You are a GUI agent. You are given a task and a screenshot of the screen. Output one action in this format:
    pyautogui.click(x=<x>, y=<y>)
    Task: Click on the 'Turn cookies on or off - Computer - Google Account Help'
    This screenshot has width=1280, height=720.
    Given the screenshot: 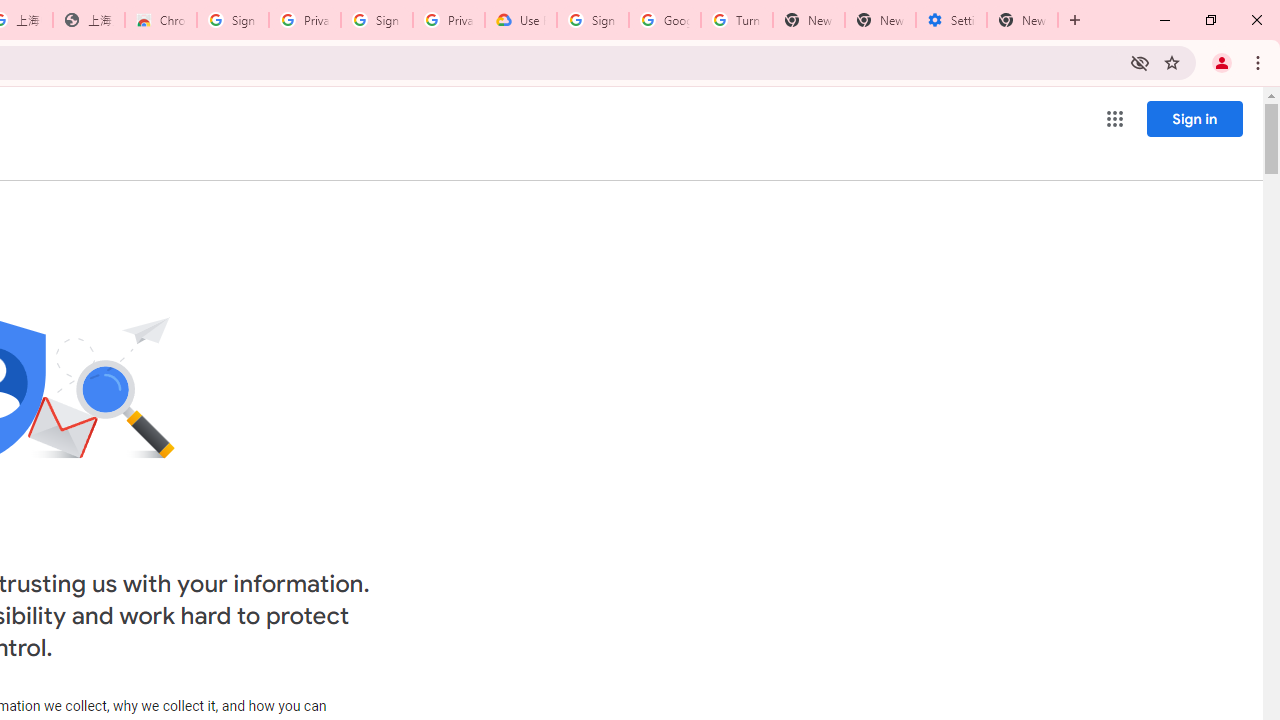 What is the action you would take?
    pyautogui.click(x=736, y=20)
    